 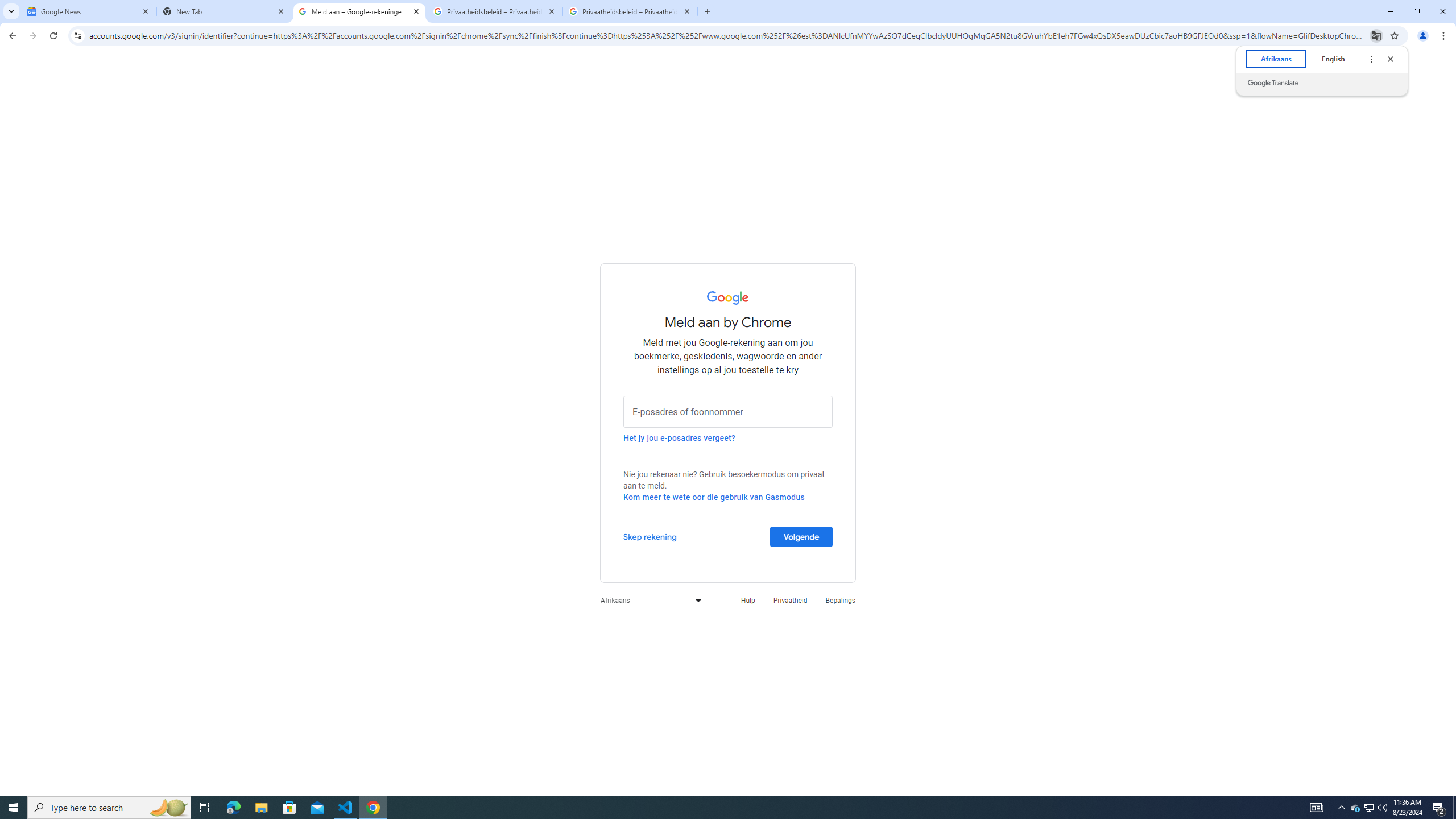 I want to click on 'Het jy jou e-posadres vergeet?', so click(x=679, y=437).